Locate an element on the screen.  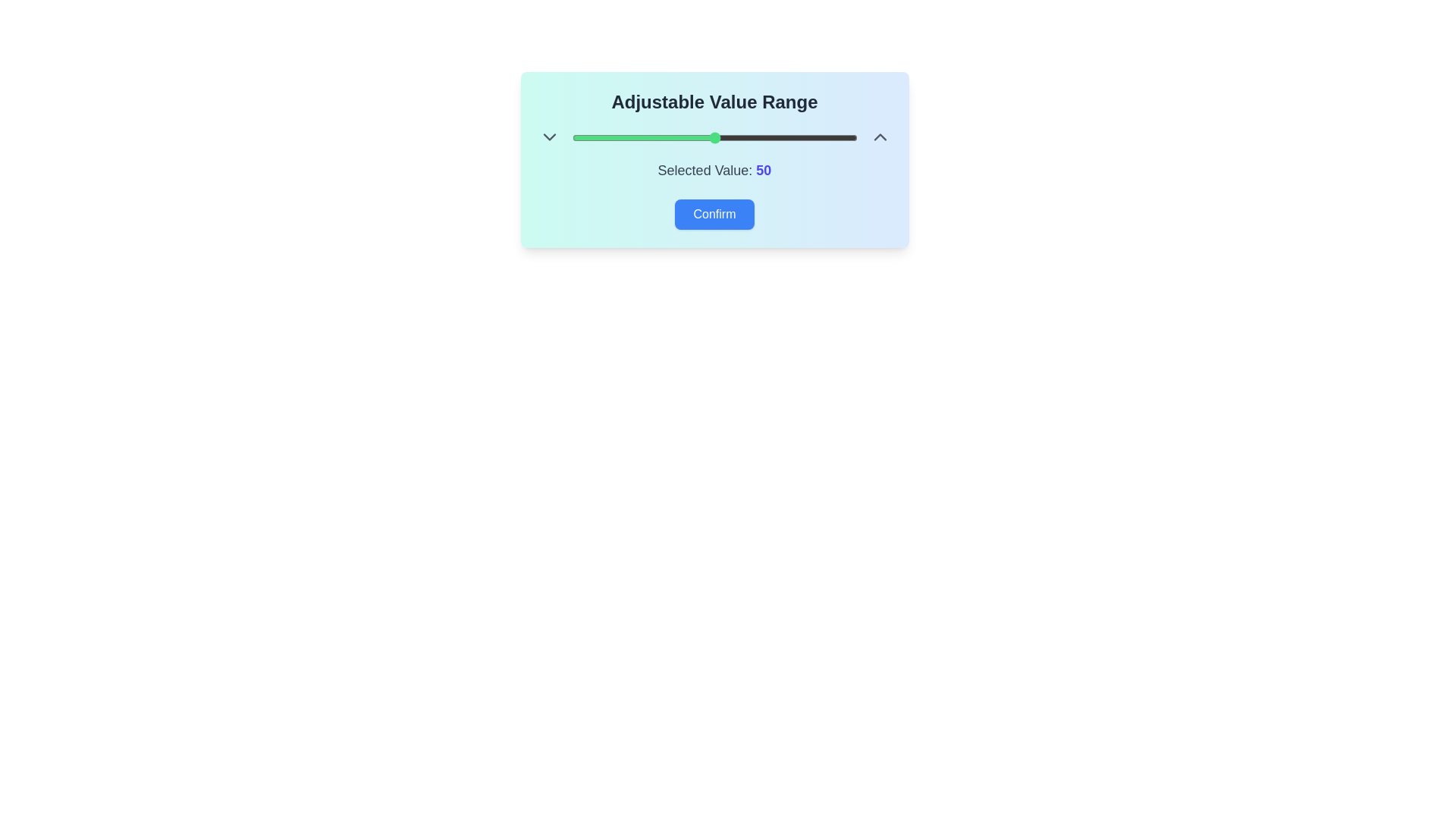
the slider to set the value to 80 is located at coordinates (799, 137).